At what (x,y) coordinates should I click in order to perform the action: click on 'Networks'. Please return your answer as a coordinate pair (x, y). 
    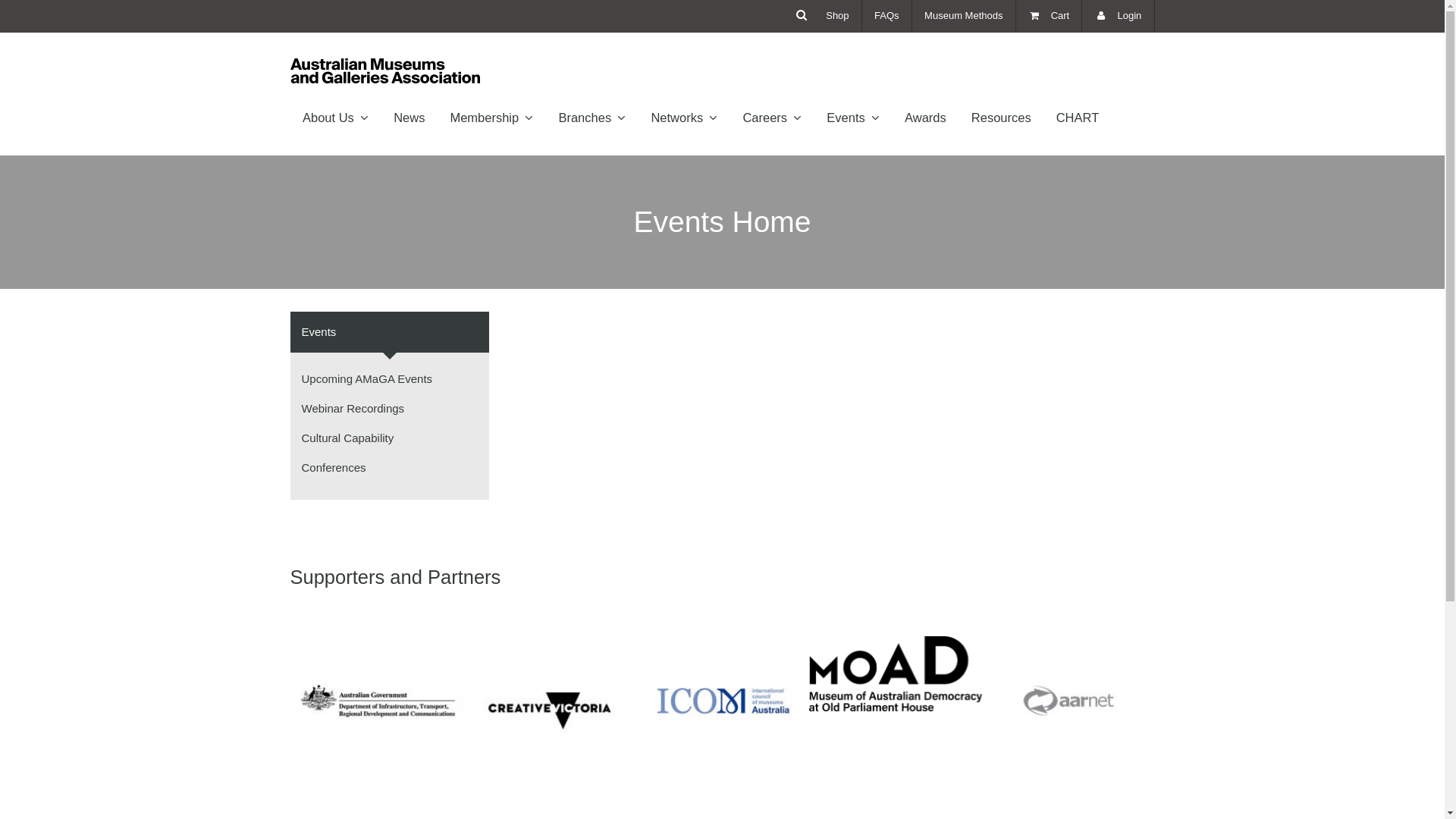
    Looking at the image, I should click on (683, 116).